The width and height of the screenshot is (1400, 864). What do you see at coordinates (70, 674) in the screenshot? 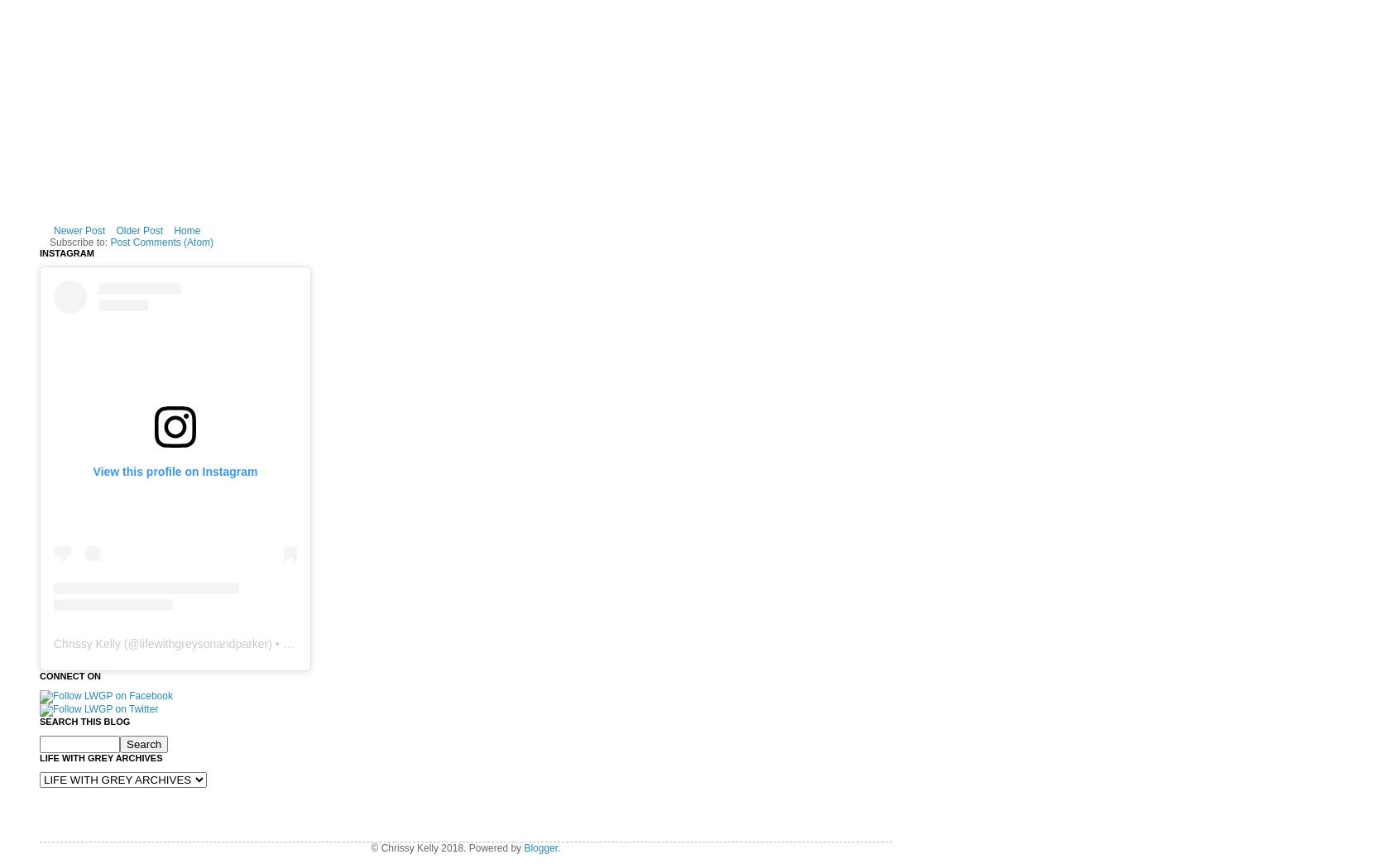
I see `'connect on'` at bounding box center [70, 674].